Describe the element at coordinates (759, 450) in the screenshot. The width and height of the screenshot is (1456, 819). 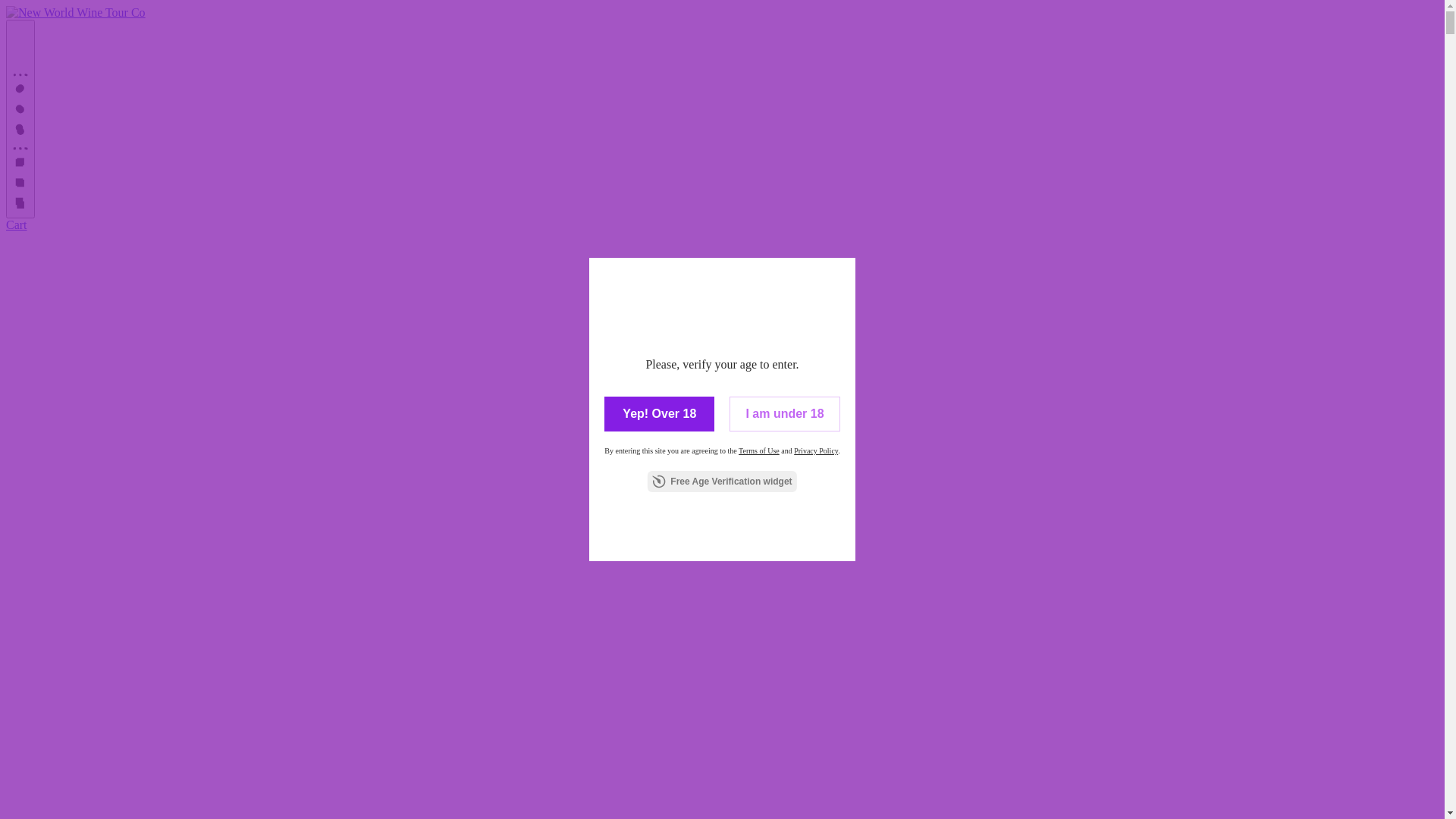
I see `'Terms of Use'` at that location.